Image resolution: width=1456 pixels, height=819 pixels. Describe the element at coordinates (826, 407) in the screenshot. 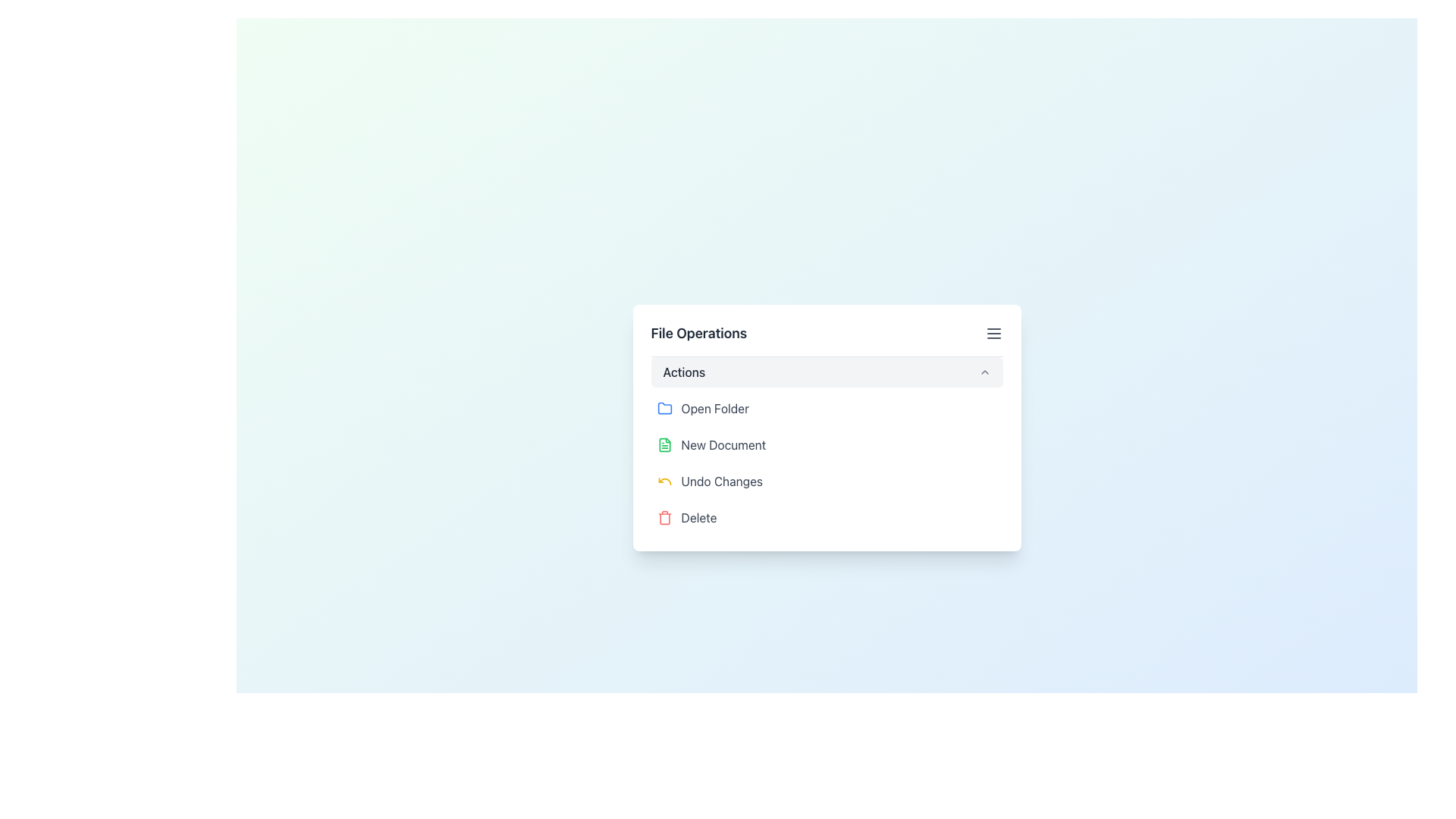

I see `the 'Open Folder' button, which is the first option in the 'File Operations' menu, located above 'New Document' and below the 'Actions' title` at that location.